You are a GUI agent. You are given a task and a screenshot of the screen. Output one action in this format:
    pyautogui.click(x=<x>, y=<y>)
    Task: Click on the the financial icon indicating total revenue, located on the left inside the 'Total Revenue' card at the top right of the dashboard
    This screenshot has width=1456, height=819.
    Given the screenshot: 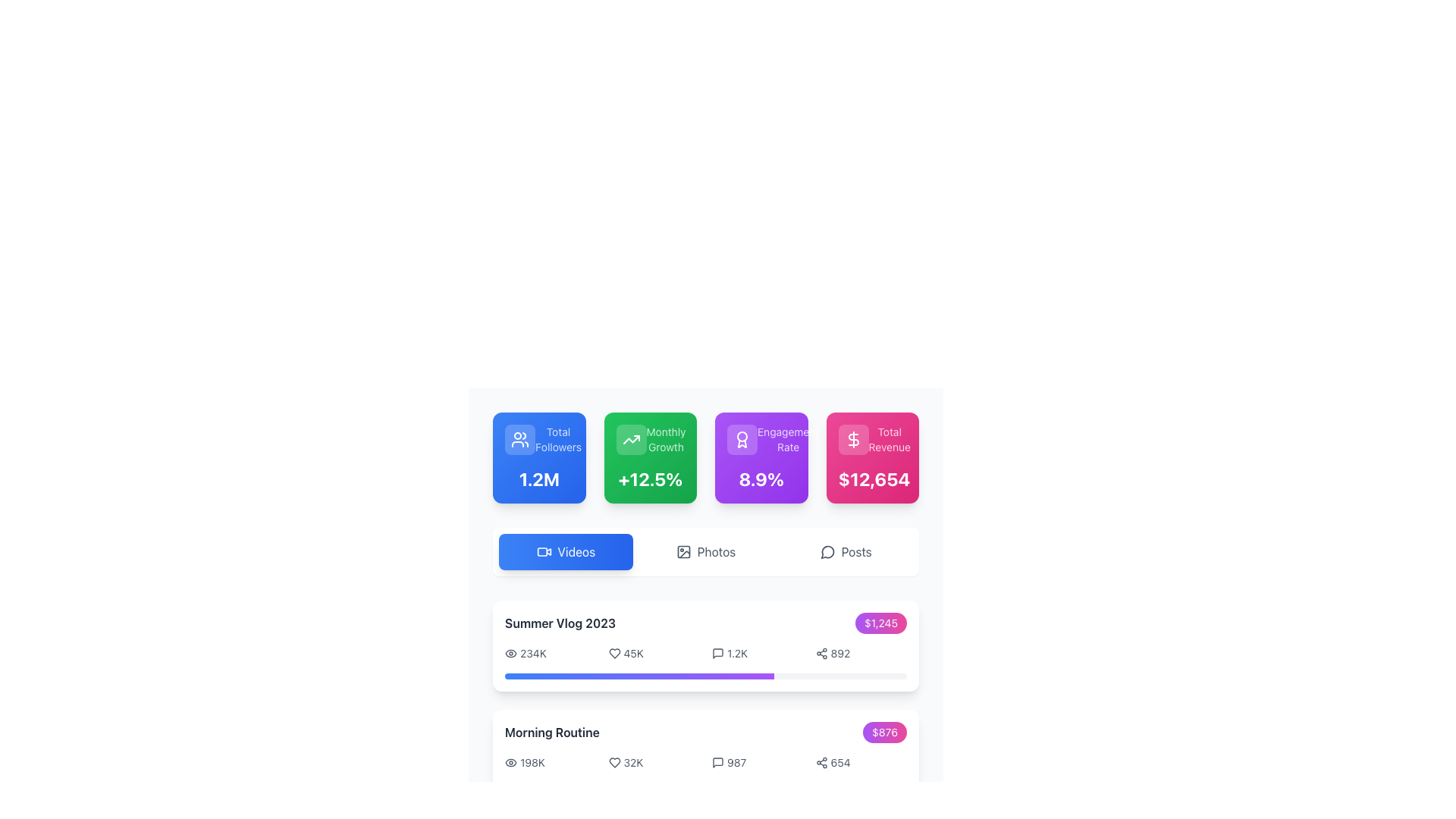 What is the action you would take?
    pyautogui.click(x=853, y=439)
    